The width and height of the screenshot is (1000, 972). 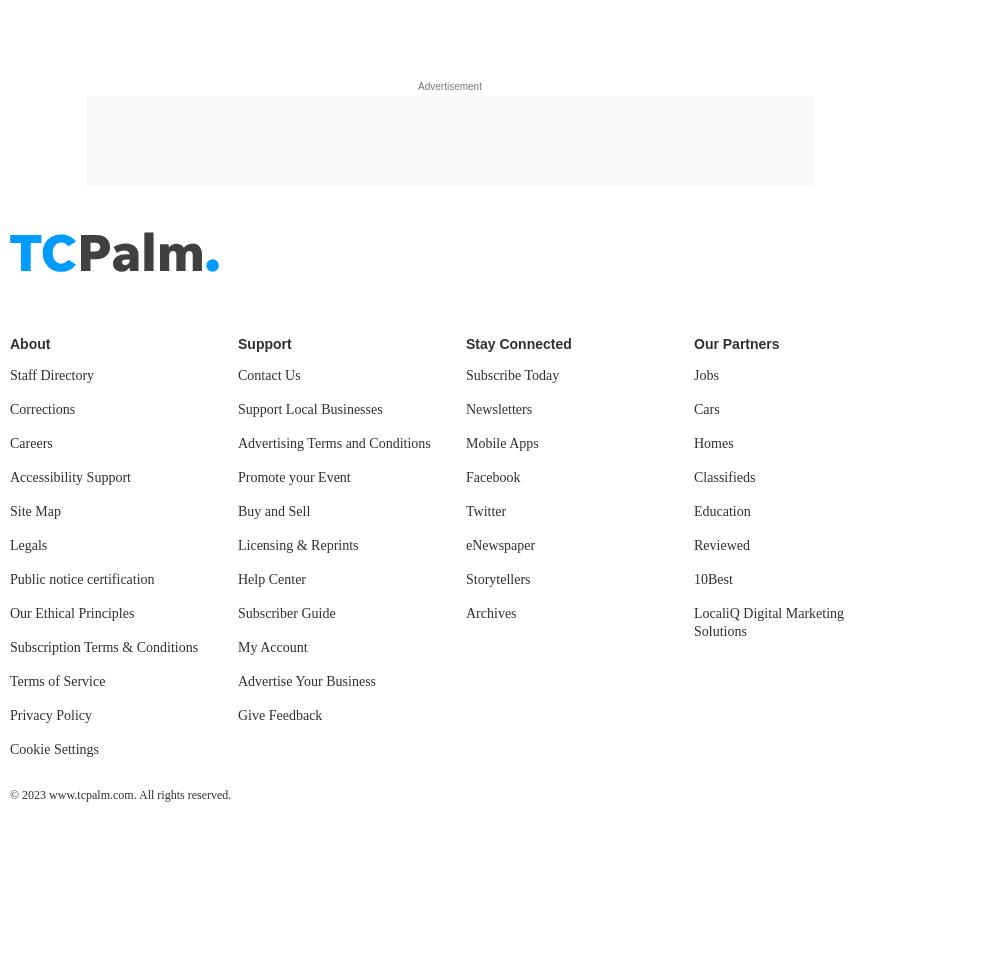 What do you see at coordinates (307, 120) in the screenshot?
I see `'Advertise Your Business'` at bounding box center [307, 120].